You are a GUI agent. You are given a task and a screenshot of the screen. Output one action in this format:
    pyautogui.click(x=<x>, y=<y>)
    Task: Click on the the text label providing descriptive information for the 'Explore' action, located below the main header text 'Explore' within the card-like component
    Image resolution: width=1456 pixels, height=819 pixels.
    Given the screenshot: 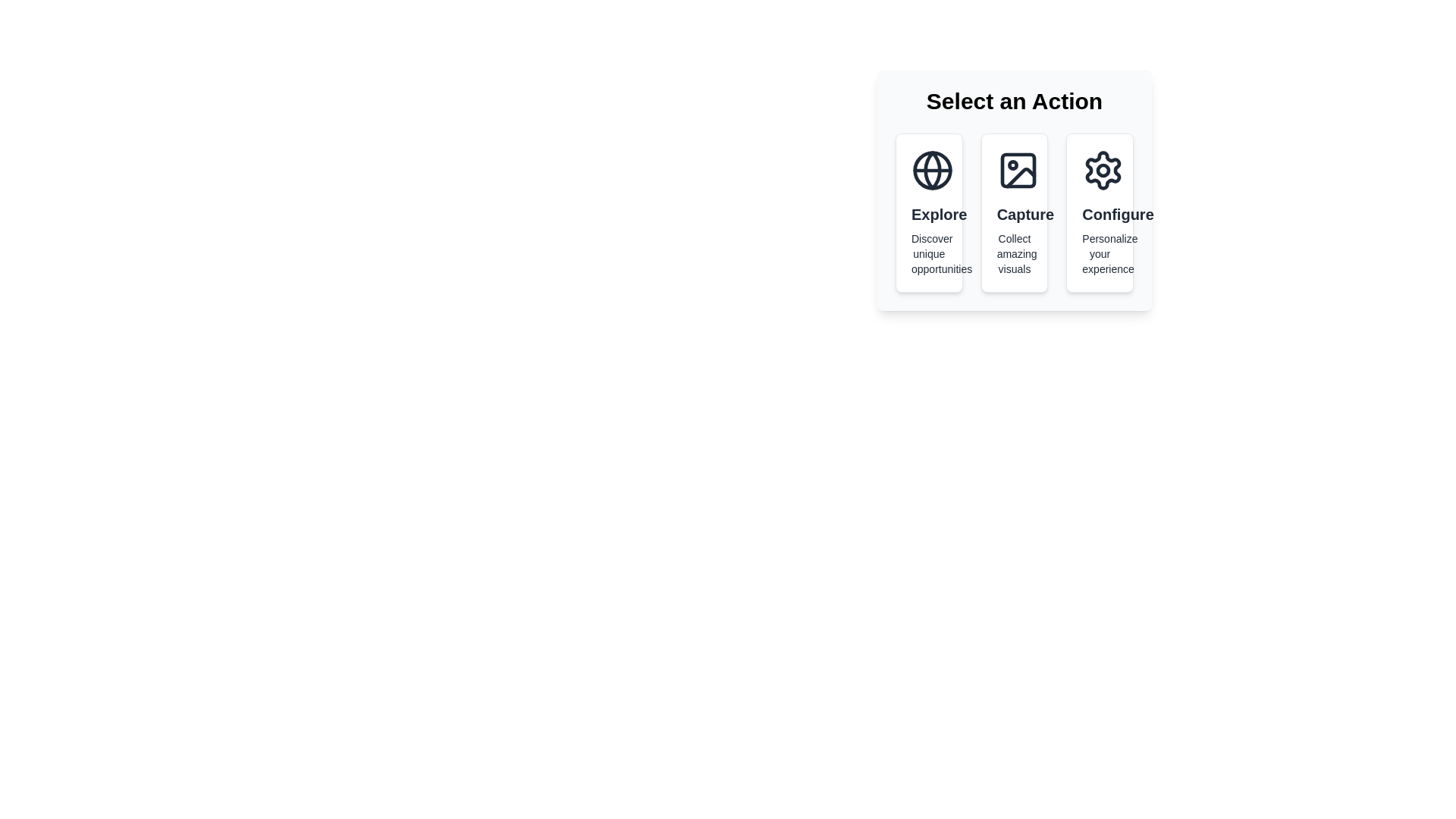 What is the action you would take?
    pyautogui.click(x=928, y=253)
    